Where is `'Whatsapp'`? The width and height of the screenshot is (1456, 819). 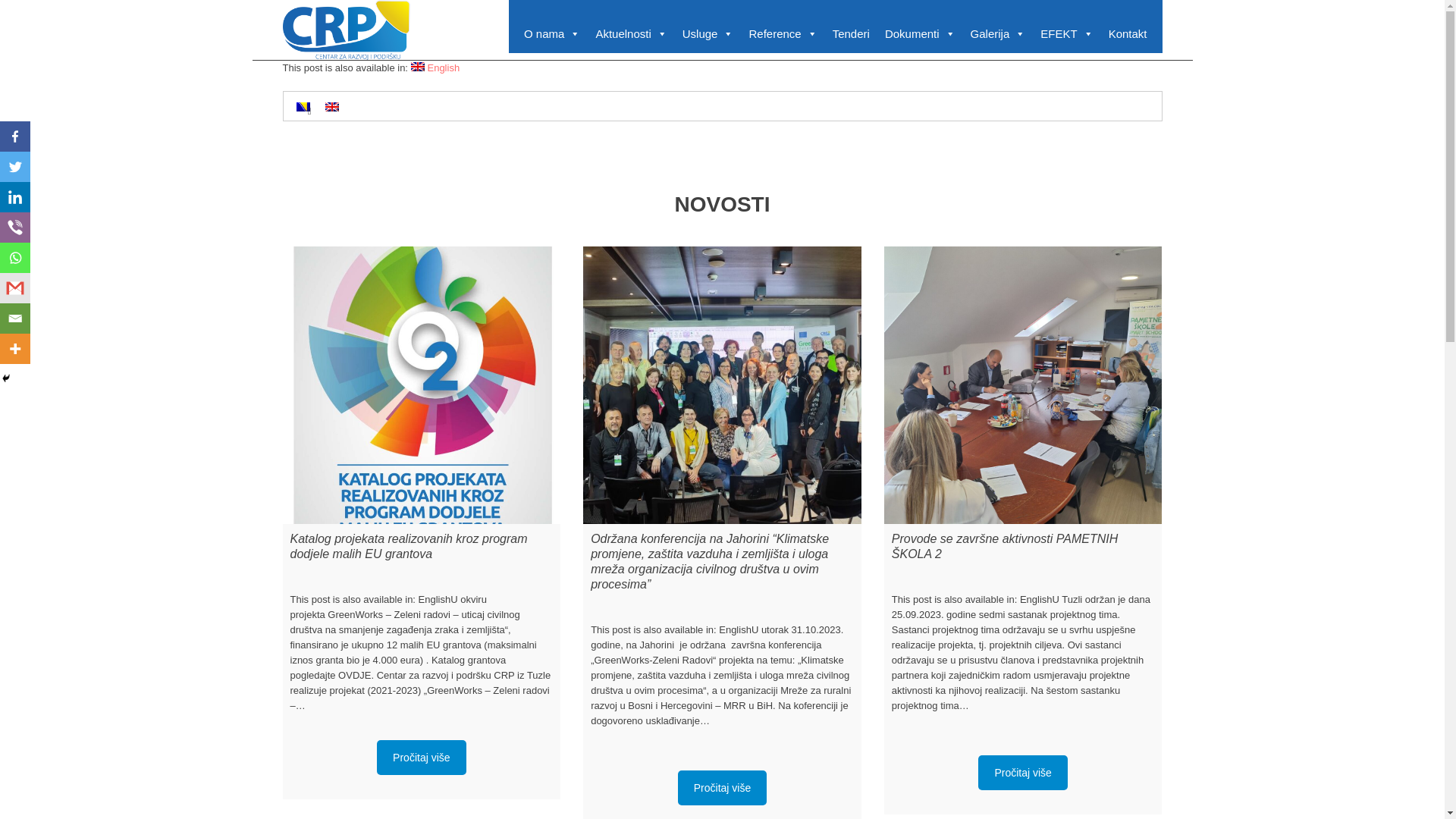
'Whatsapp' is located at coordinates (14, 256).